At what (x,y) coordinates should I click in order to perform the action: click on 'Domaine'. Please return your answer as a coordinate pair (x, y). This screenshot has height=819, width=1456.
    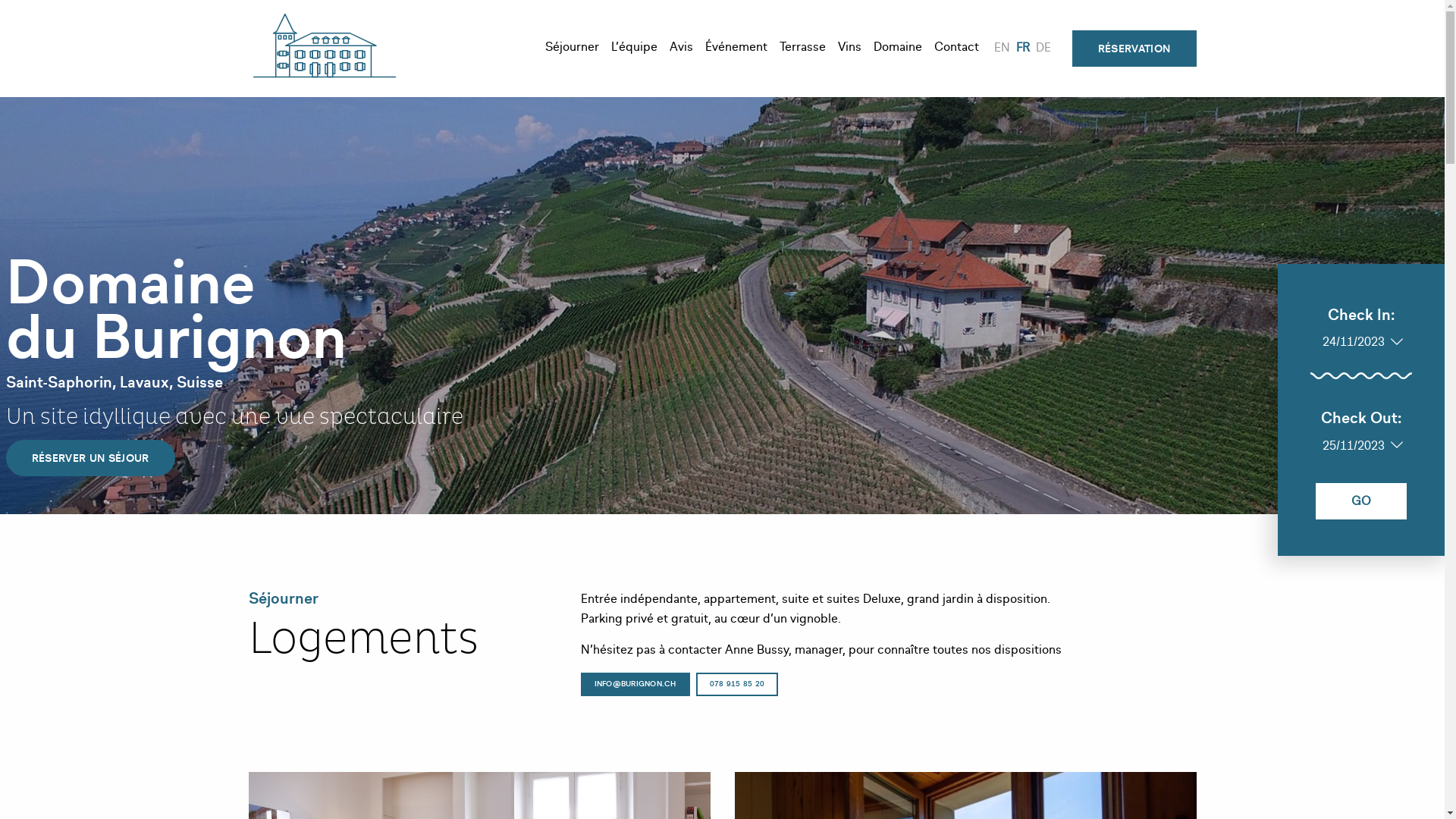
    Looking at the image, I should click on (898, 48).